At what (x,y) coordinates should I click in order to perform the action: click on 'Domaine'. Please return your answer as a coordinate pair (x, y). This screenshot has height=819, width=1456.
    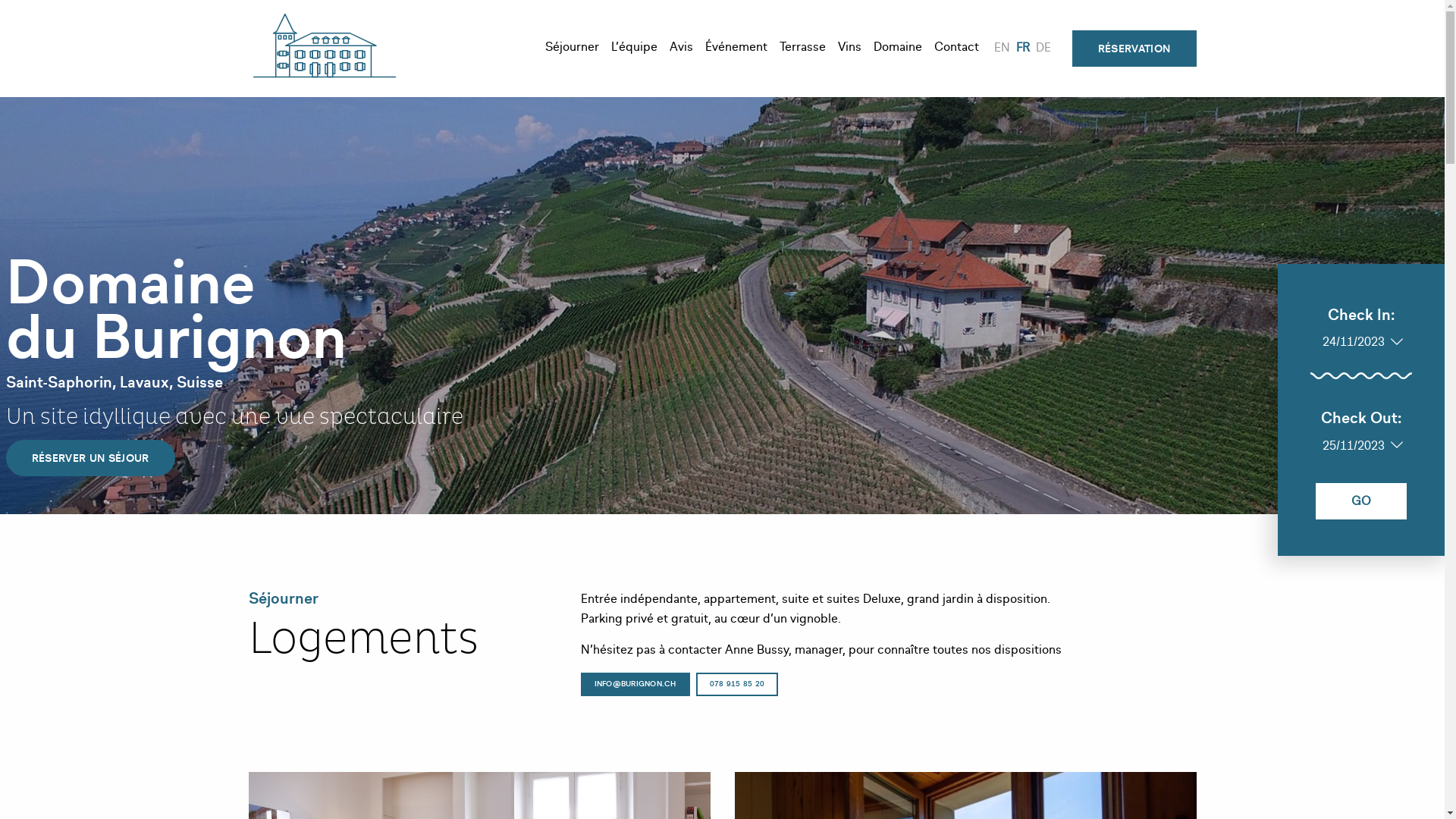
    Looking at the image, I should click on (898, 48).